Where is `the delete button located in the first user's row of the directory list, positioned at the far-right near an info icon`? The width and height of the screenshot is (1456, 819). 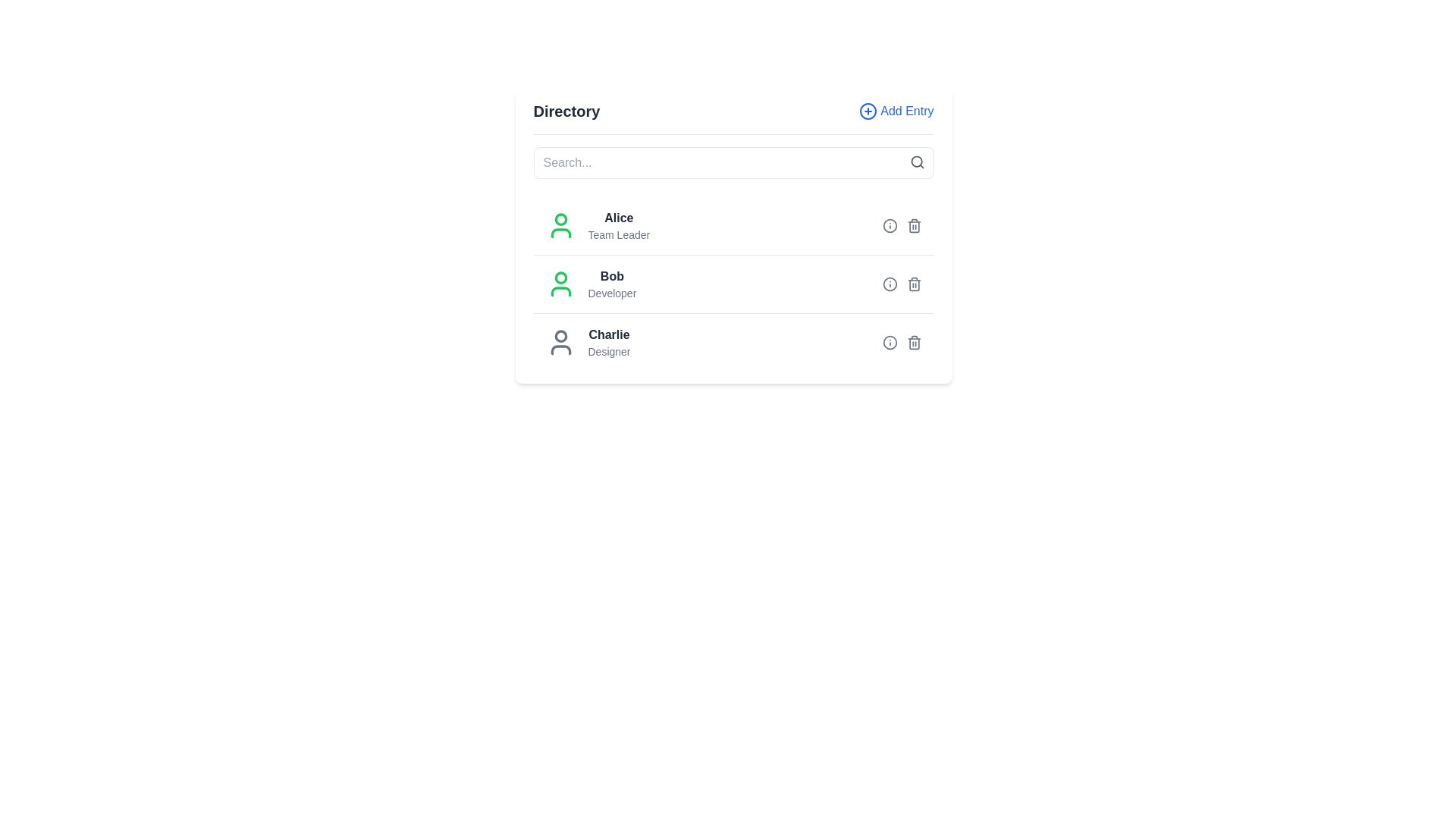
the delete button located in the first user's row of the directory list, positioned at the far-right near an info icon is located at coordinates (913, 225).